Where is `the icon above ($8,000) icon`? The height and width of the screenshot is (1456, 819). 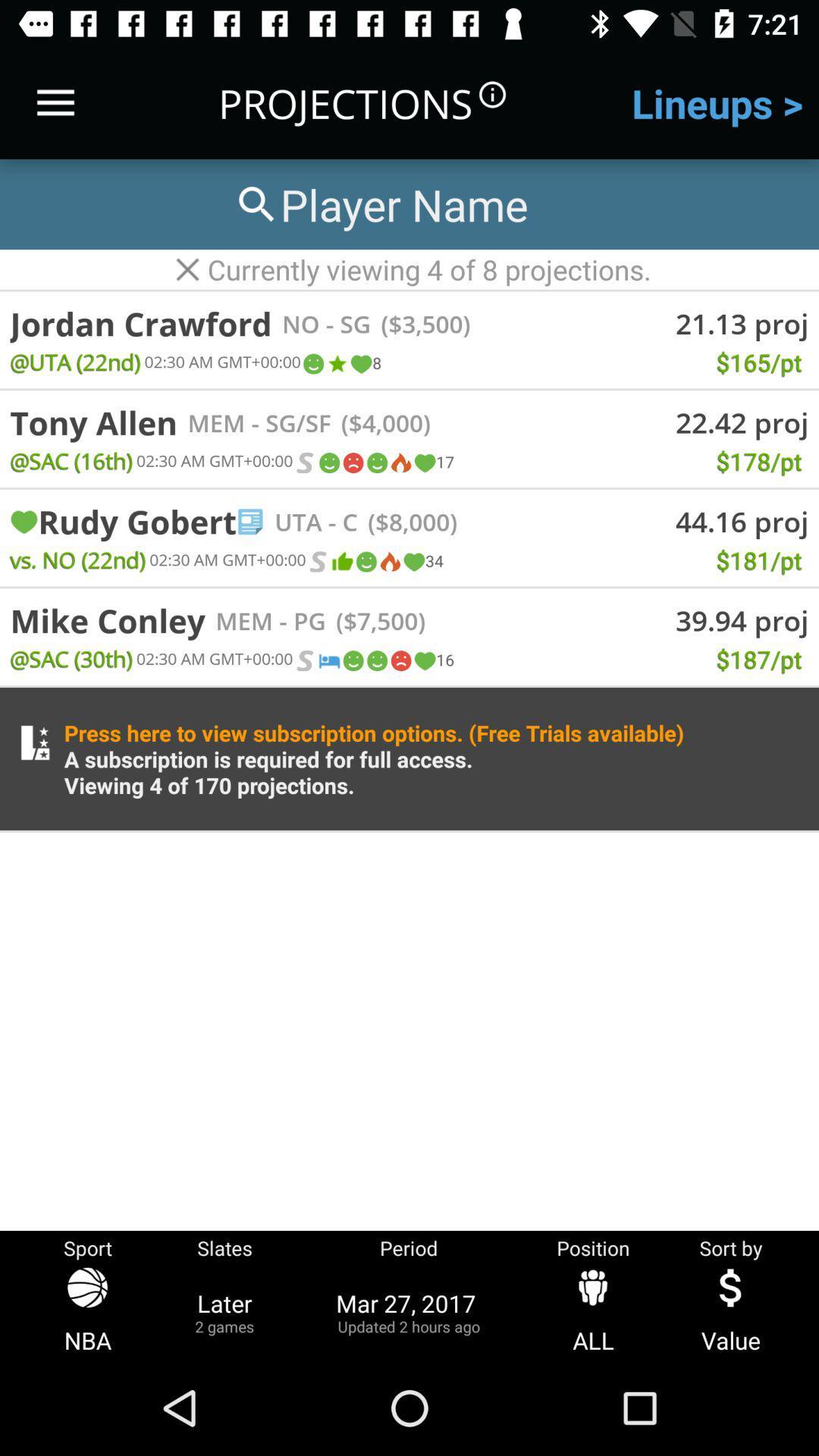
the icon above ($8,000) icon is located at coordinates (424, 462).